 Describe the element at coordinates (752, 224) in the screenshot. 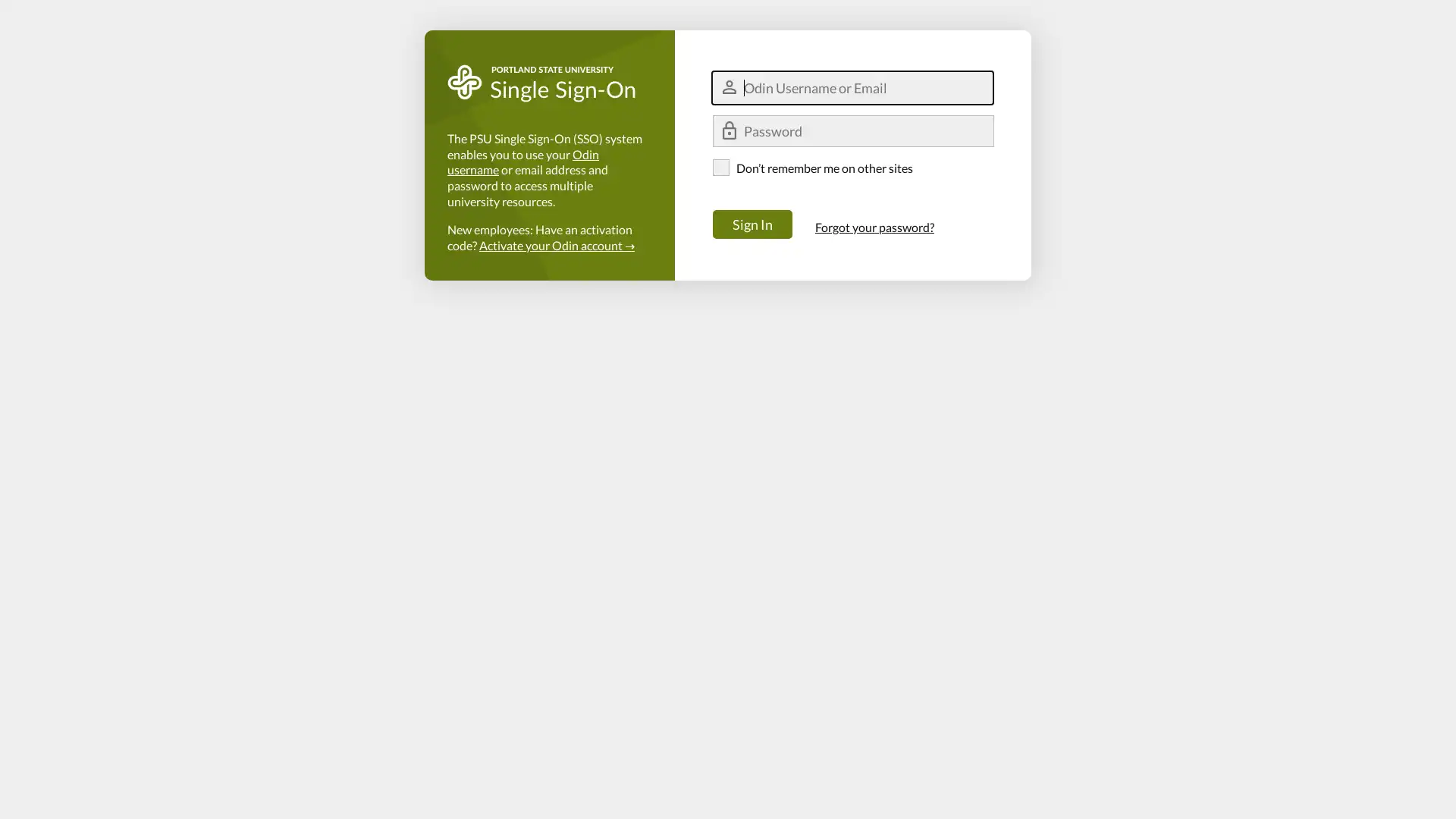

I see `Sign In` at that location.